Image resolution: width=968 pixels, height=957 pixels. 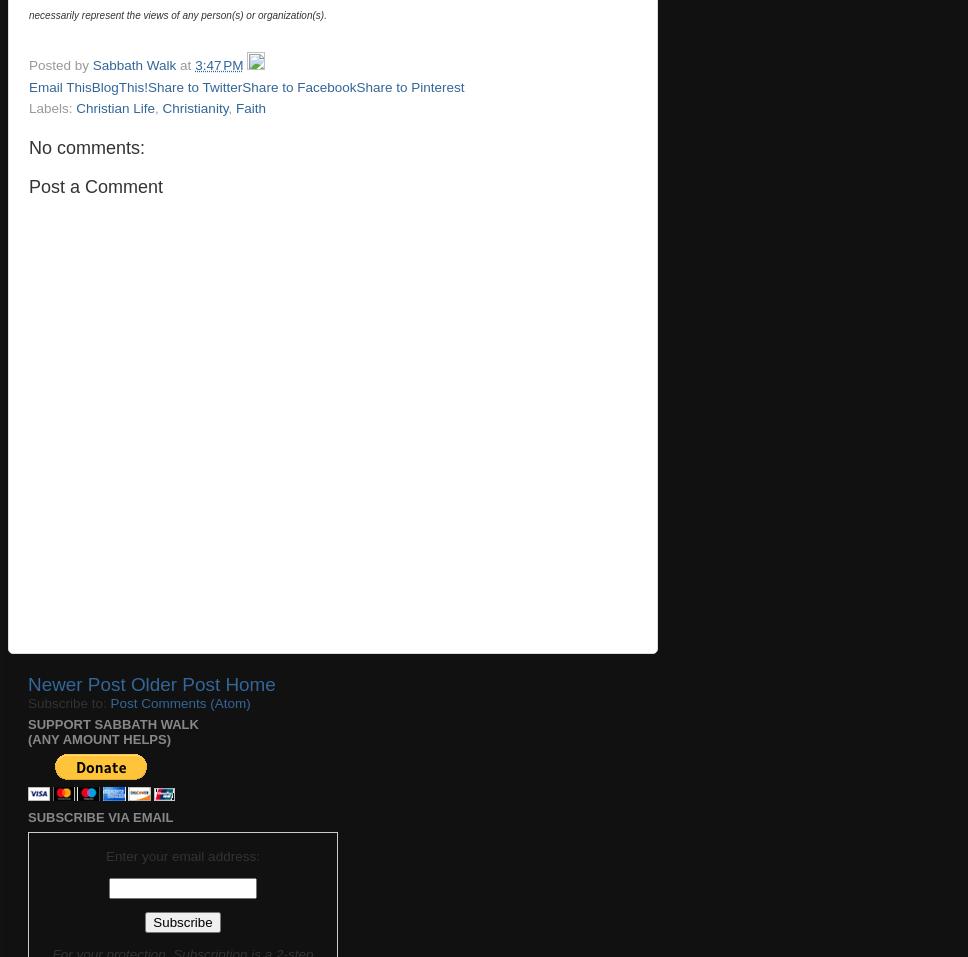 What do you see at coordinates (75, 683) in the screenshot?
I see `'Newer Post'` at bounding box center [75, 683].